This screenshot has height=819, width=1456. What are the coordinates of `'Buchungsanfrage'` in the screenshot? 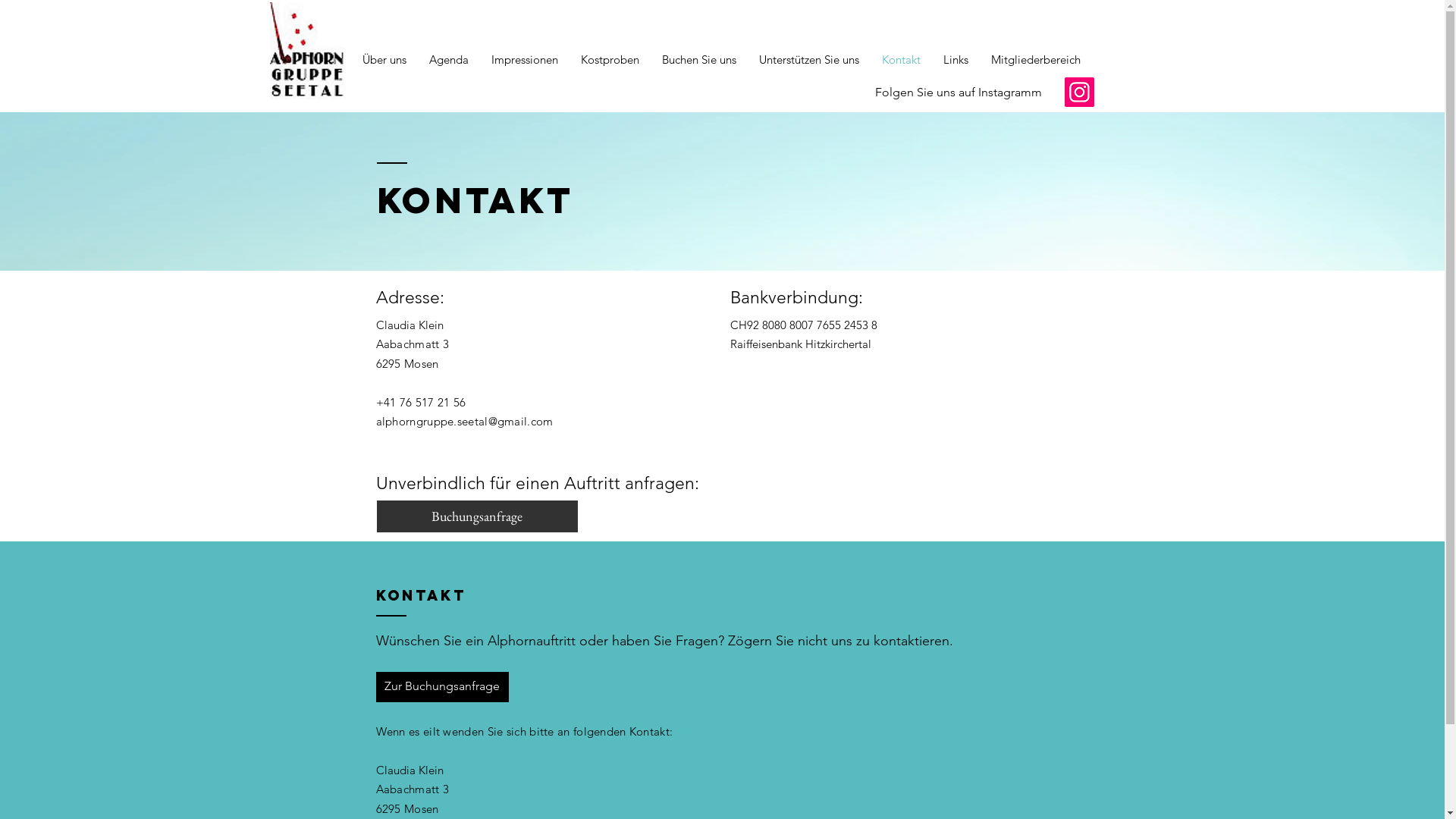 It's located at (475, 516).